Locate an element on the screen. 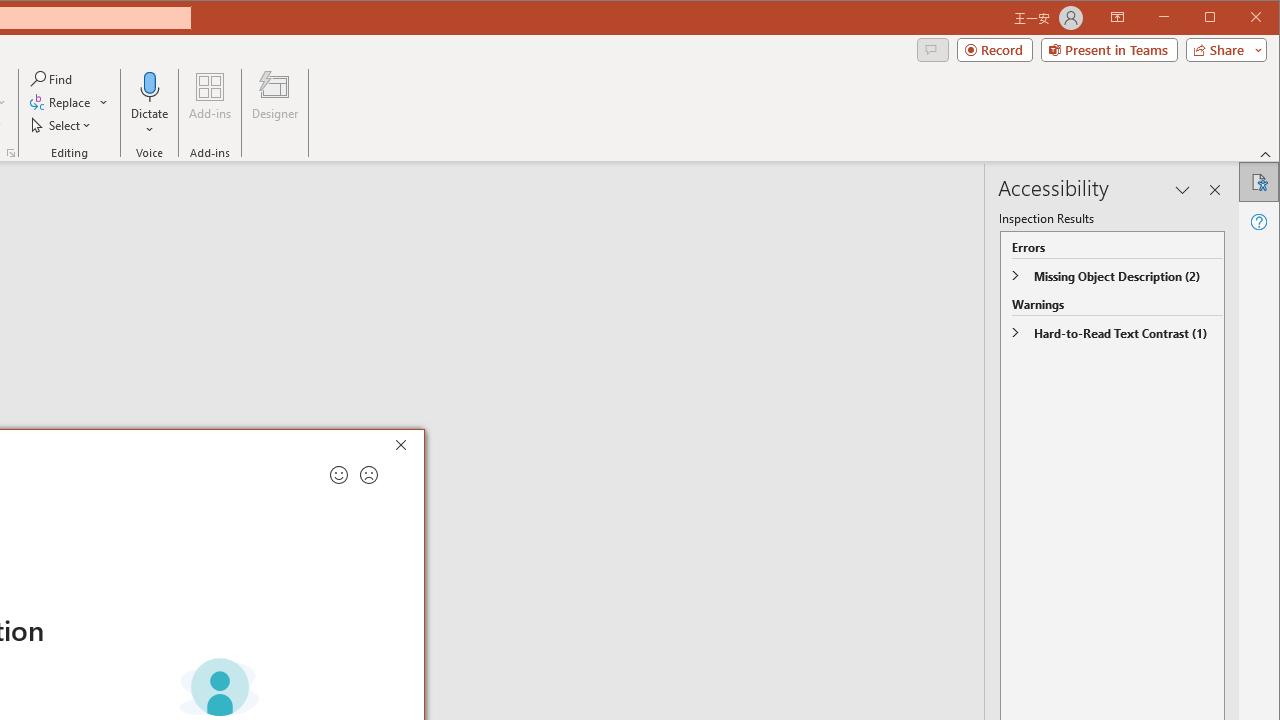  'Send a frown for feedback' is located at coordinates (369, 475).